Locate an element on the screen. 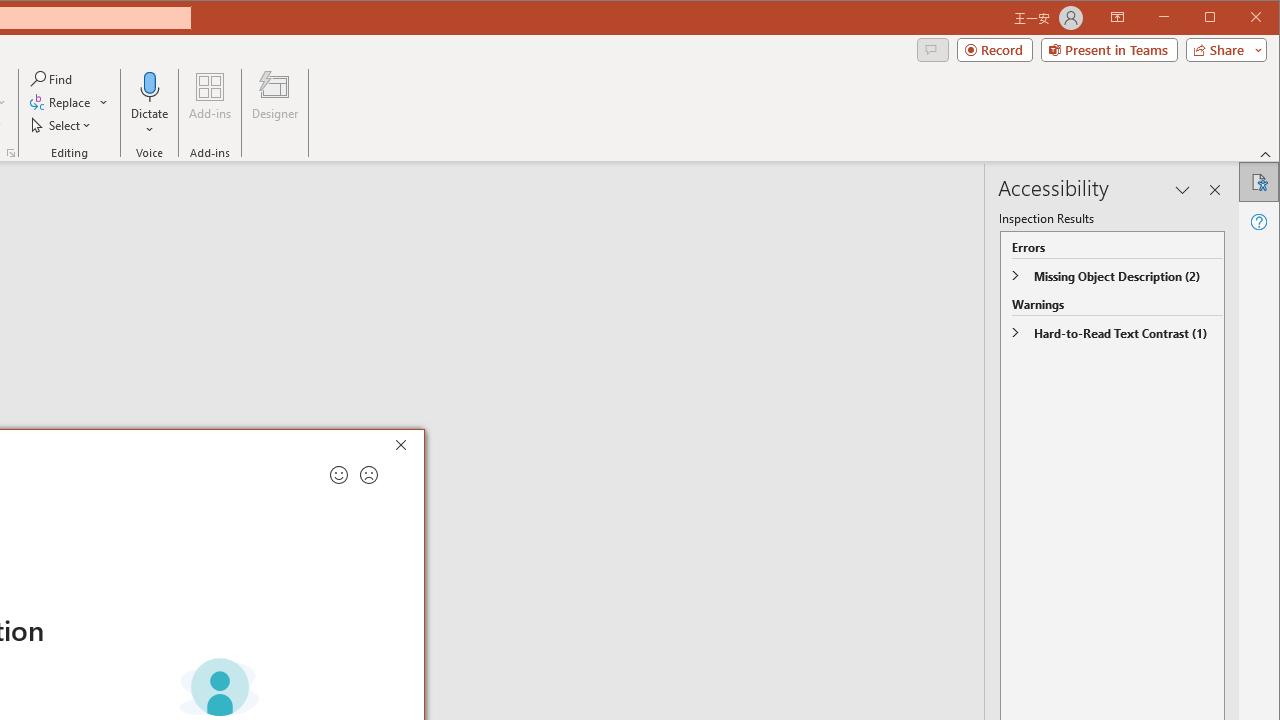  'Send a frown for feedback' is located at coordinates (369, 475).